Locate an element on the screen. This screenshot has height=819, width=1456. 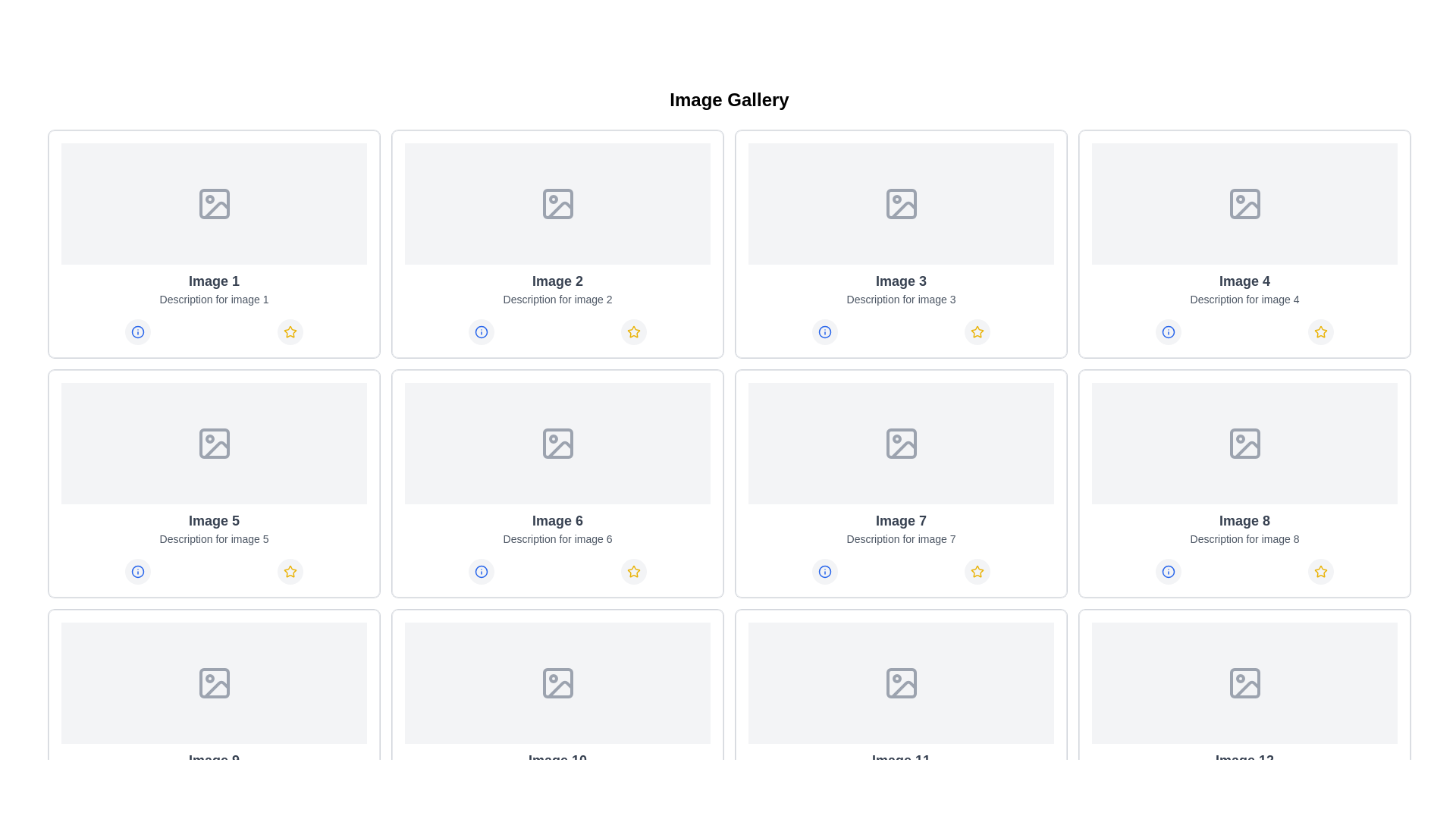
the image placeholder icon located within Image 8, which is part of a button-like widget in the grid layout is located at coordinates (1244, 444).